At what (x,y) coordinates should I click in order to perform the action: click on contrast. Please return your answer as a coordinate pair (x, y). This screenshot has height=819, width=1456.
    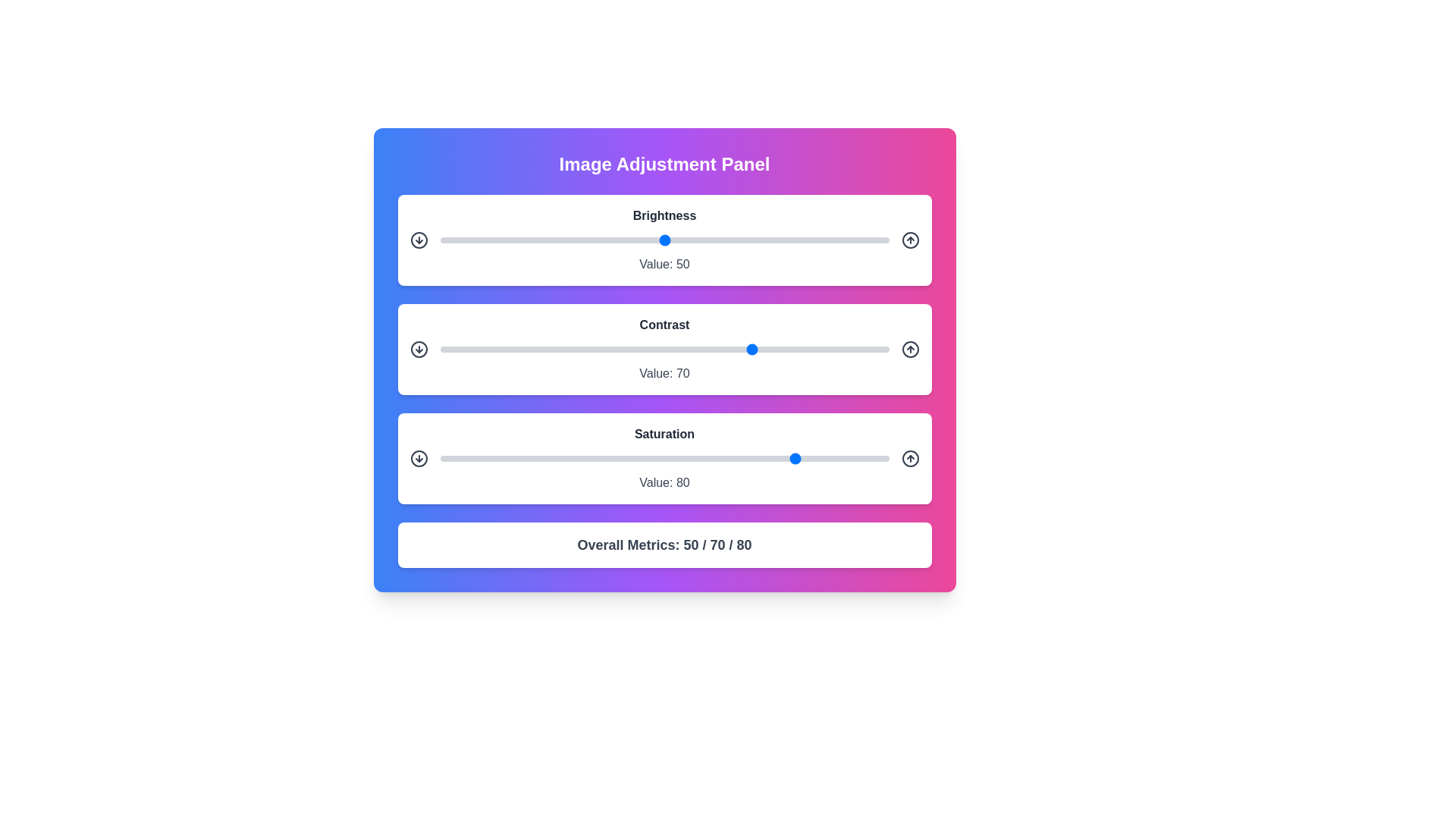
    Looking at the image, I should click on (462, 350).